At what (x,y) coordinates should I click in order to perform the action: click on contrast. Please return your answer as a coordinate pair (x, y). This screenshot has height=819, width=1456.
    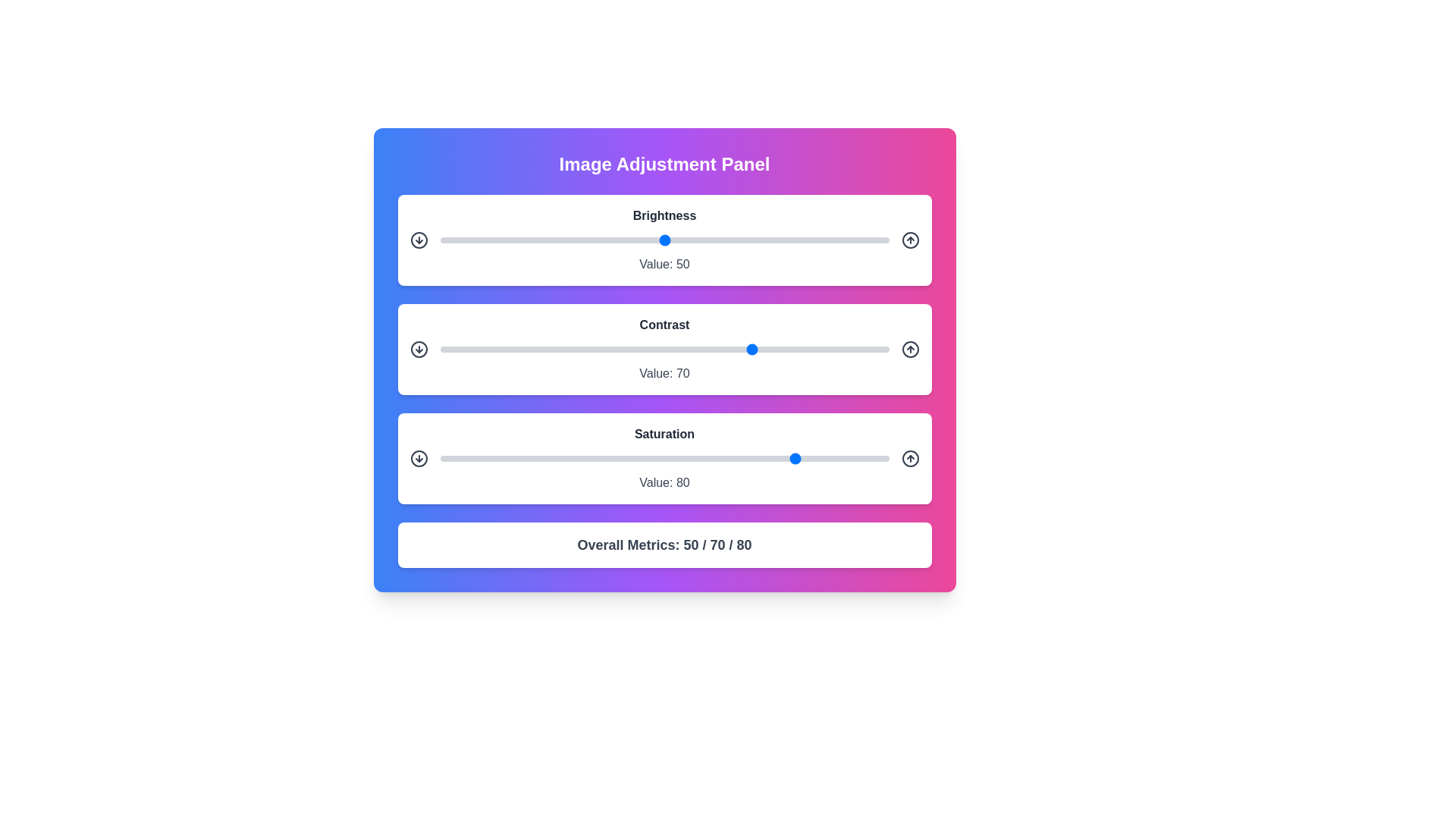
    Looking at the image, I should click on (462, 350).